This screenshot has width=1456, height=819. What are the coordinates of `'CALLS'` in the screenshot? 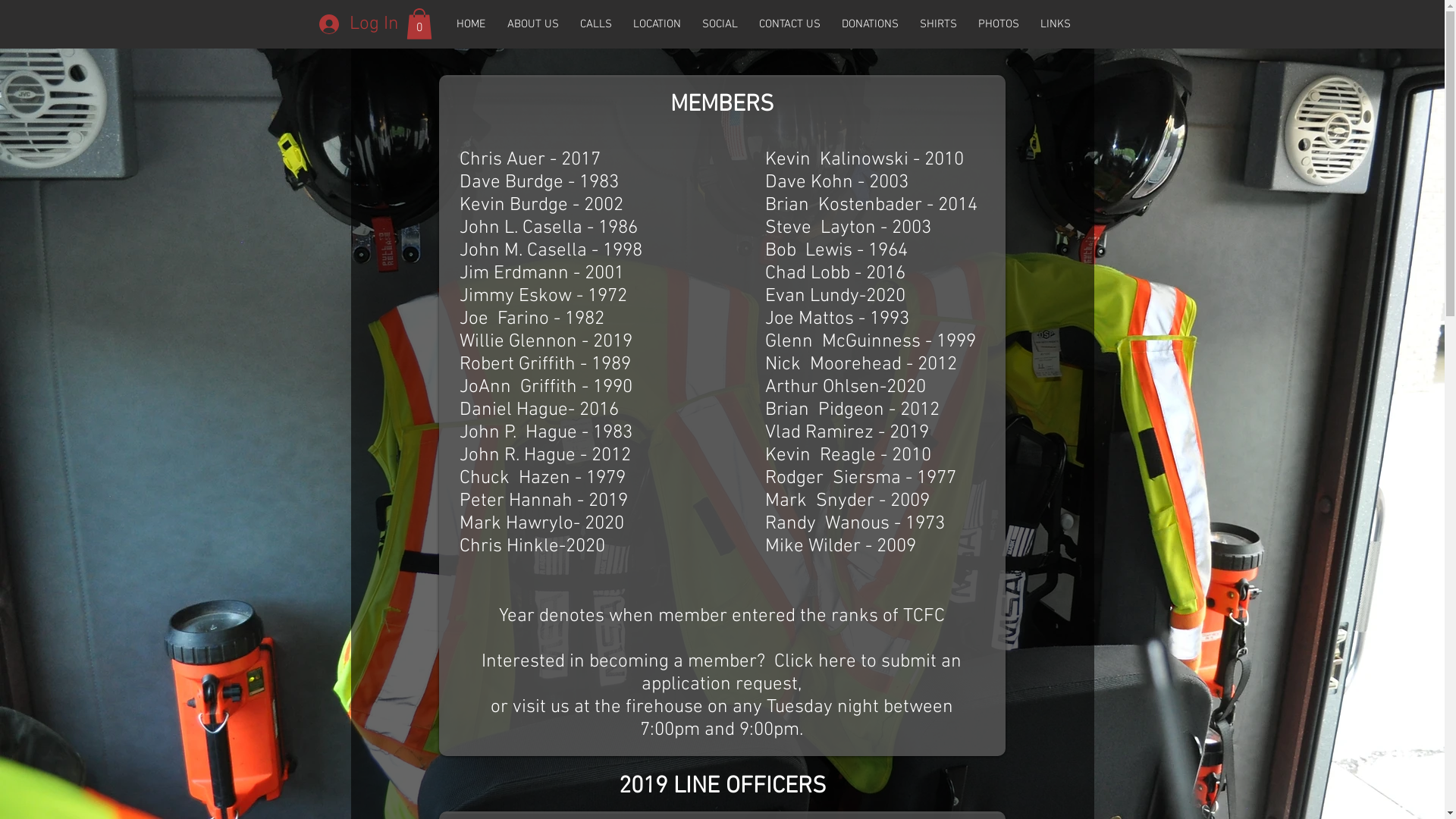 It's located at (595, 24).